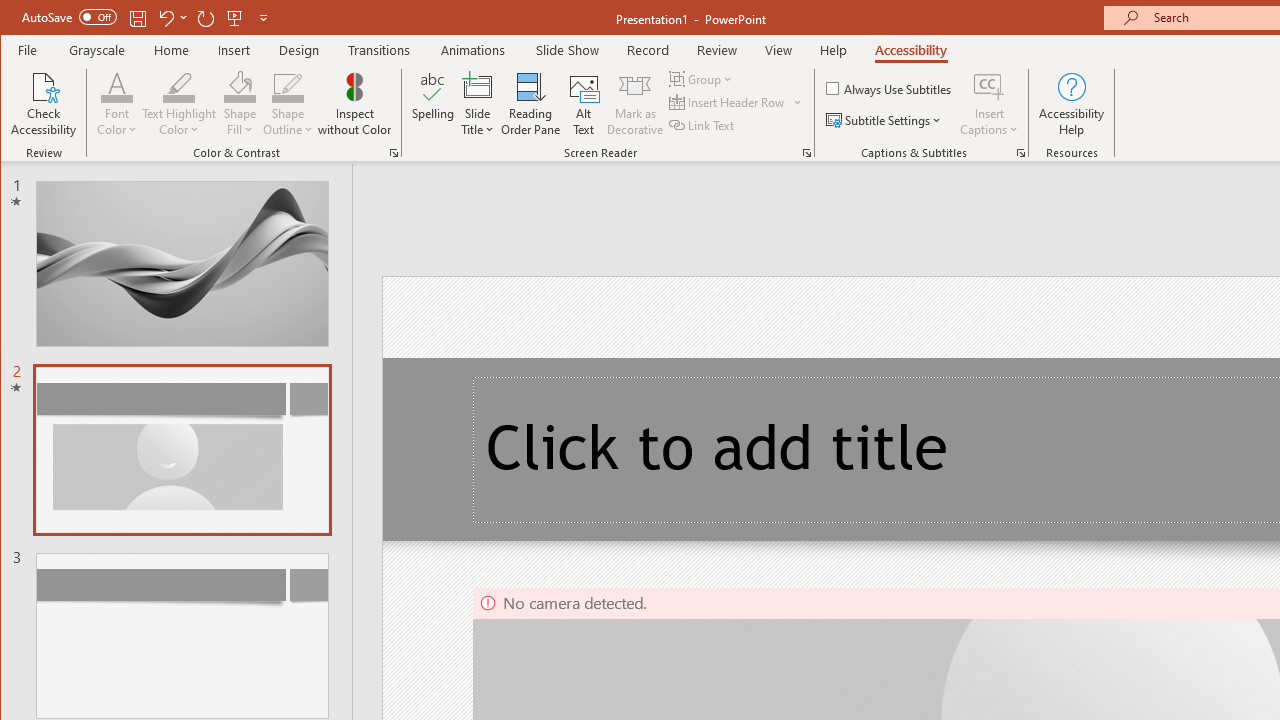 This screenshot has width=1280, height=720. What do you see at coordinates (287, 85) in the screenshot?
I see `'Shape Outline Blue, Accent 1'` at bounding box center [287, 85].